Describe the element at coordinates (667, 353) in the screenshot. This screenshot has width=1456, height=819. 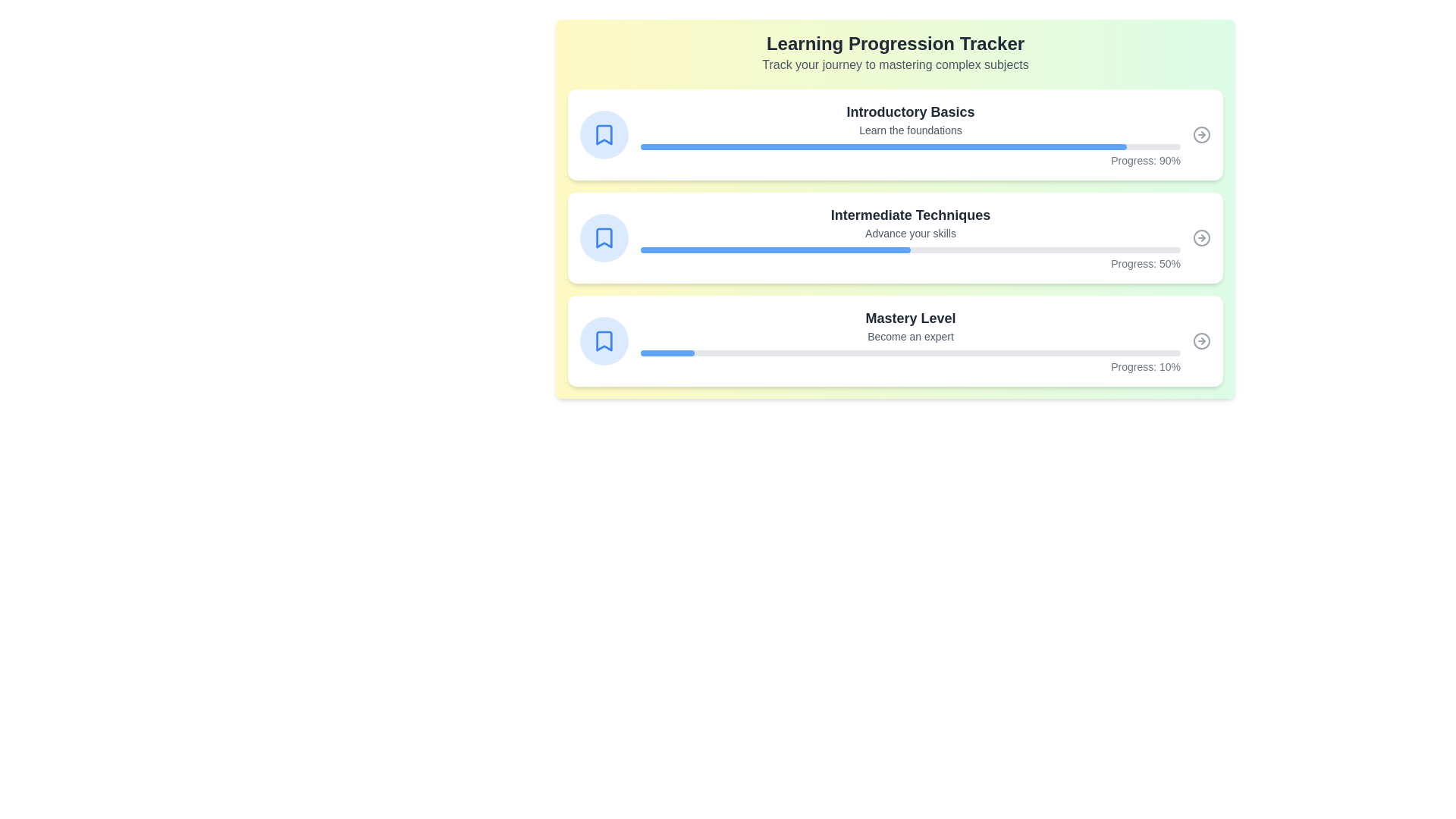
I see `the progress indicator that visually indicates approximately 10% completion within the horizontal progress bar located below the 'Mastery Level' section in the progression tracker interface` at that location.